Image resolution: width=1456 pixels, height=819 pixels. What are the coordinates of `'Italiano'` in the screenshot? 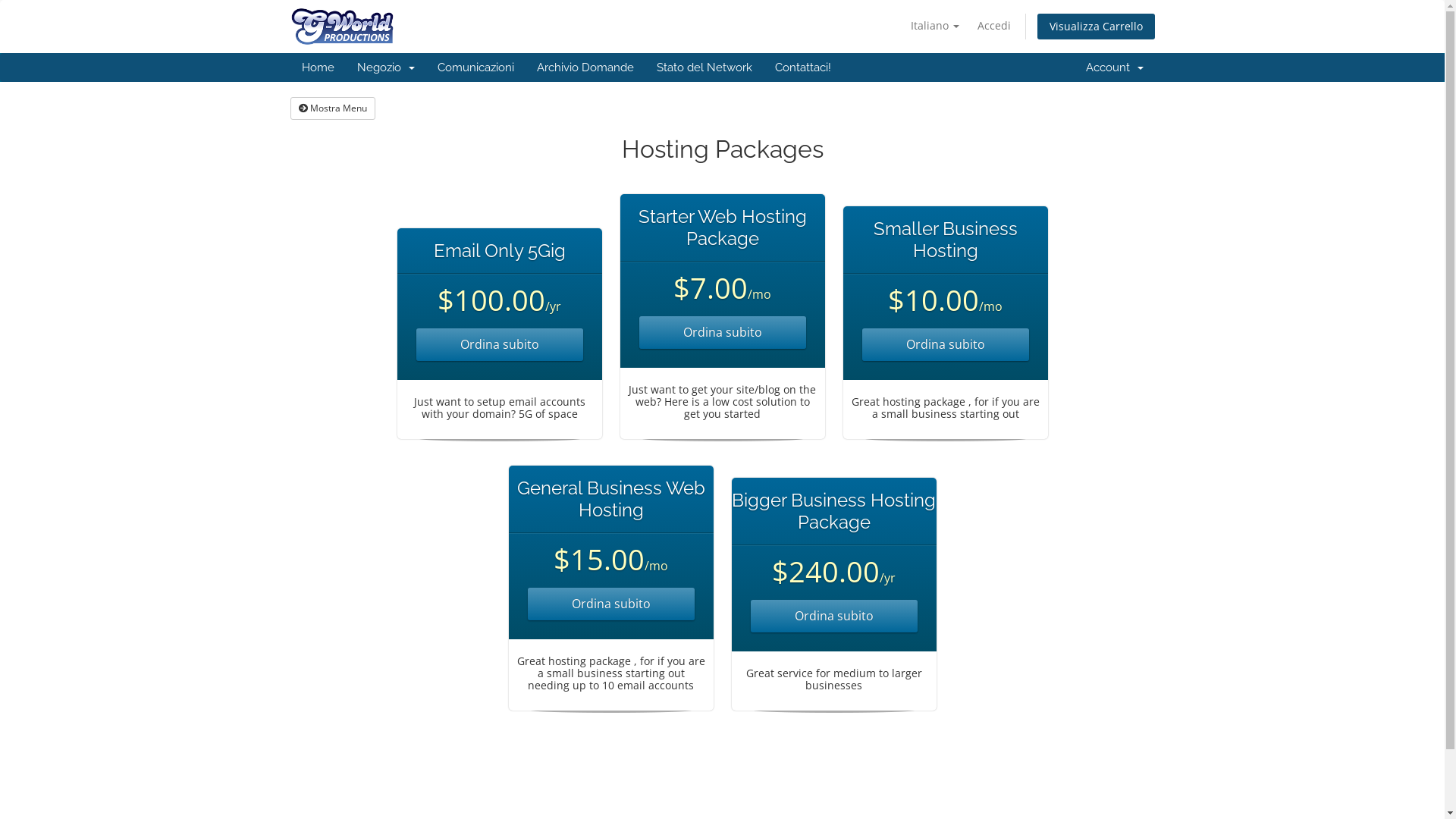 It's located at (934, 26).